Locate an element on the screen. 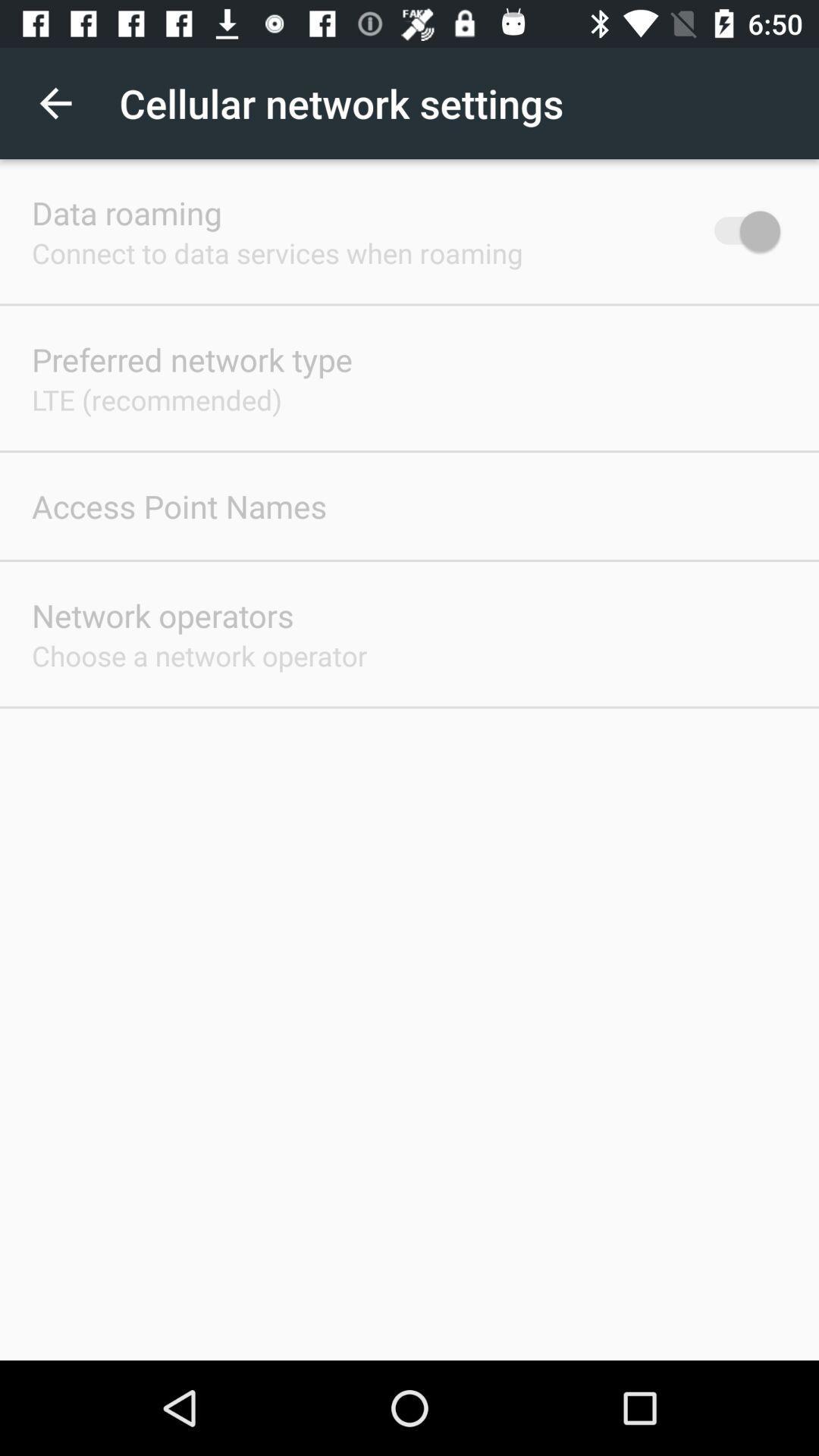 This screenshot has height=1456, width=819. the network operators icon is located at coordinates (162, 615).